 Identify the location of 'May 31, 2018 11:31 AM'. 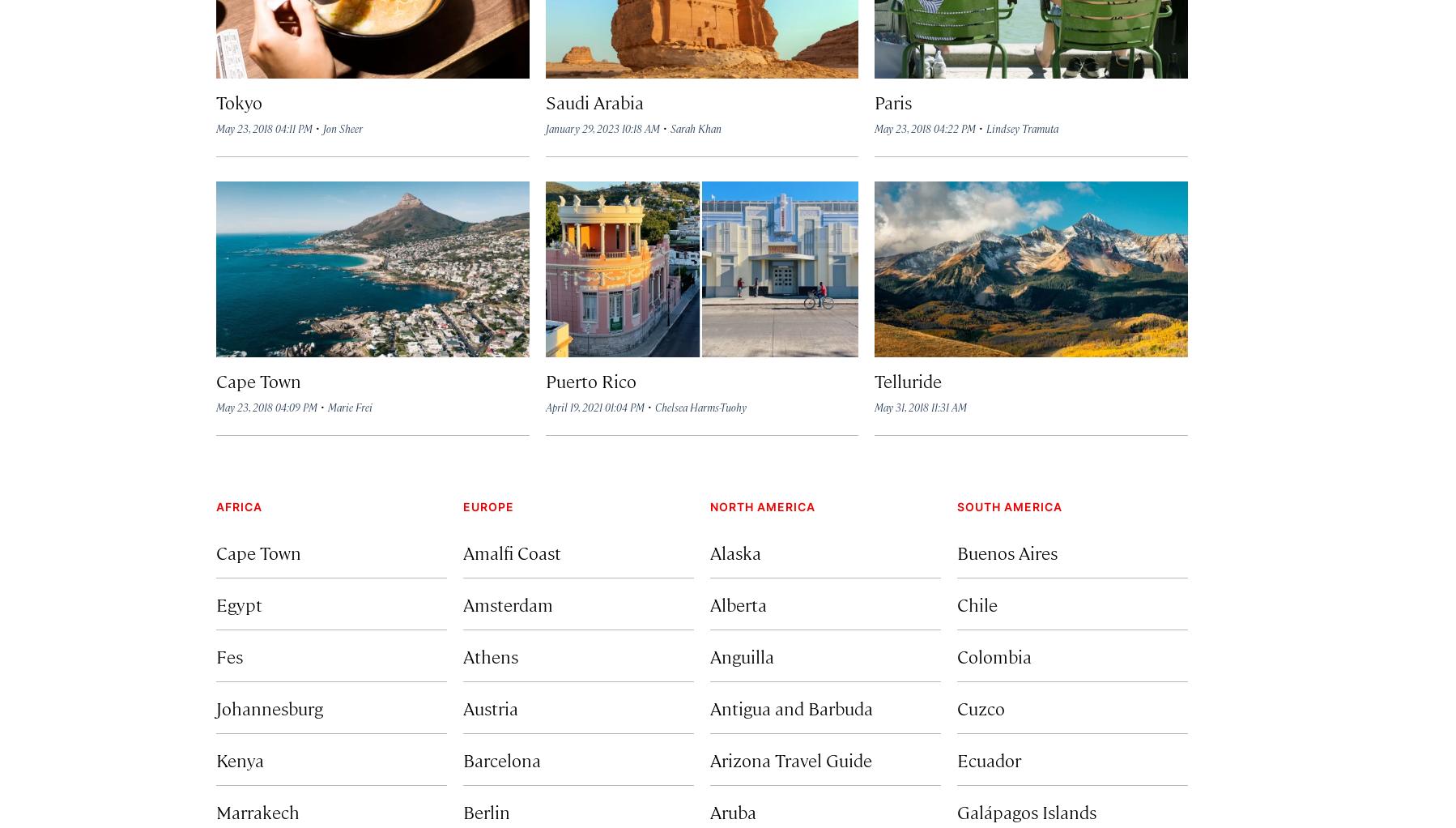
(875, 406).